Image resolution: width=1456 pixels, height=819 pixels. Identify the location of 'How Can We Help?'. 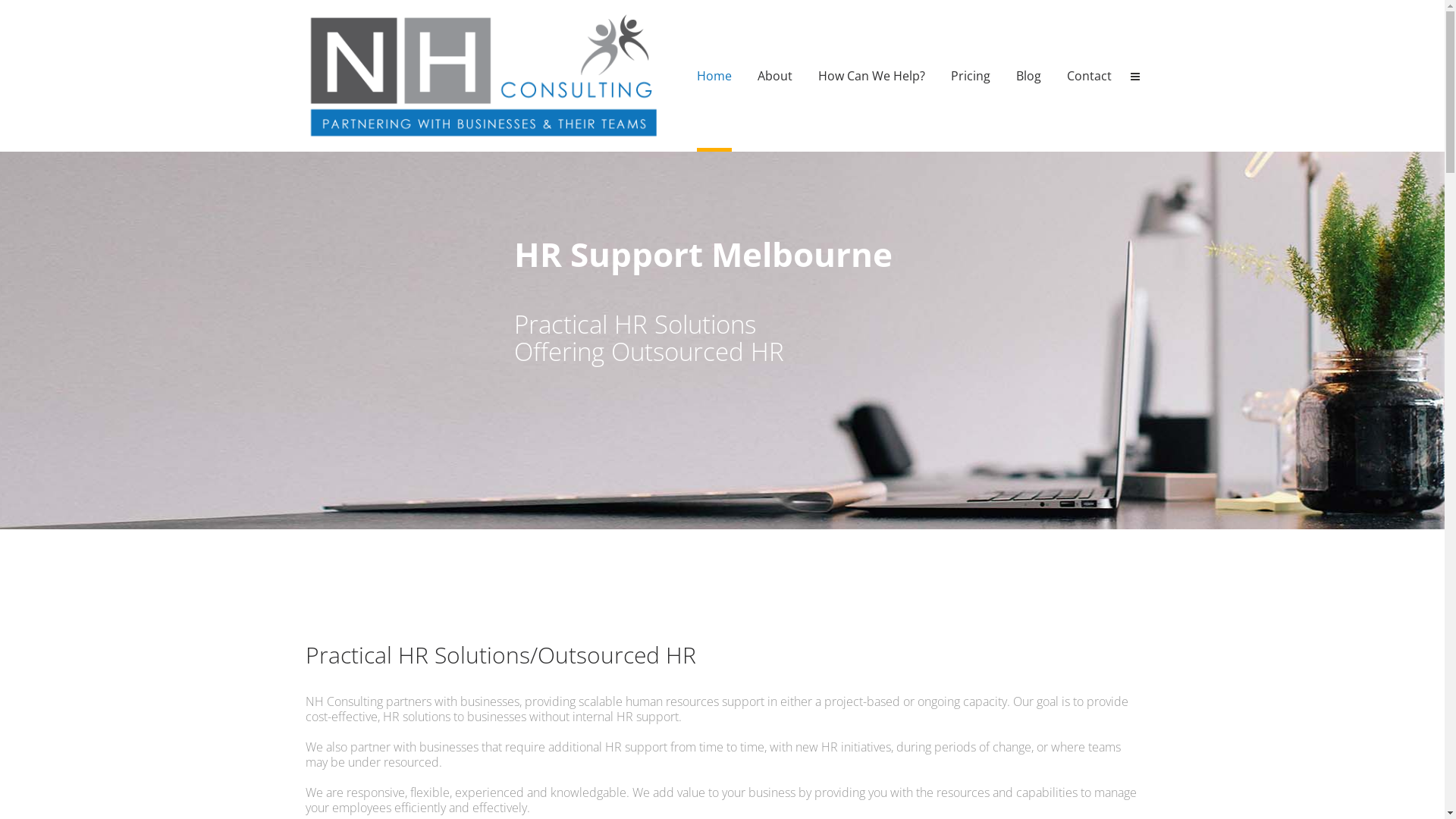
(817, 76).